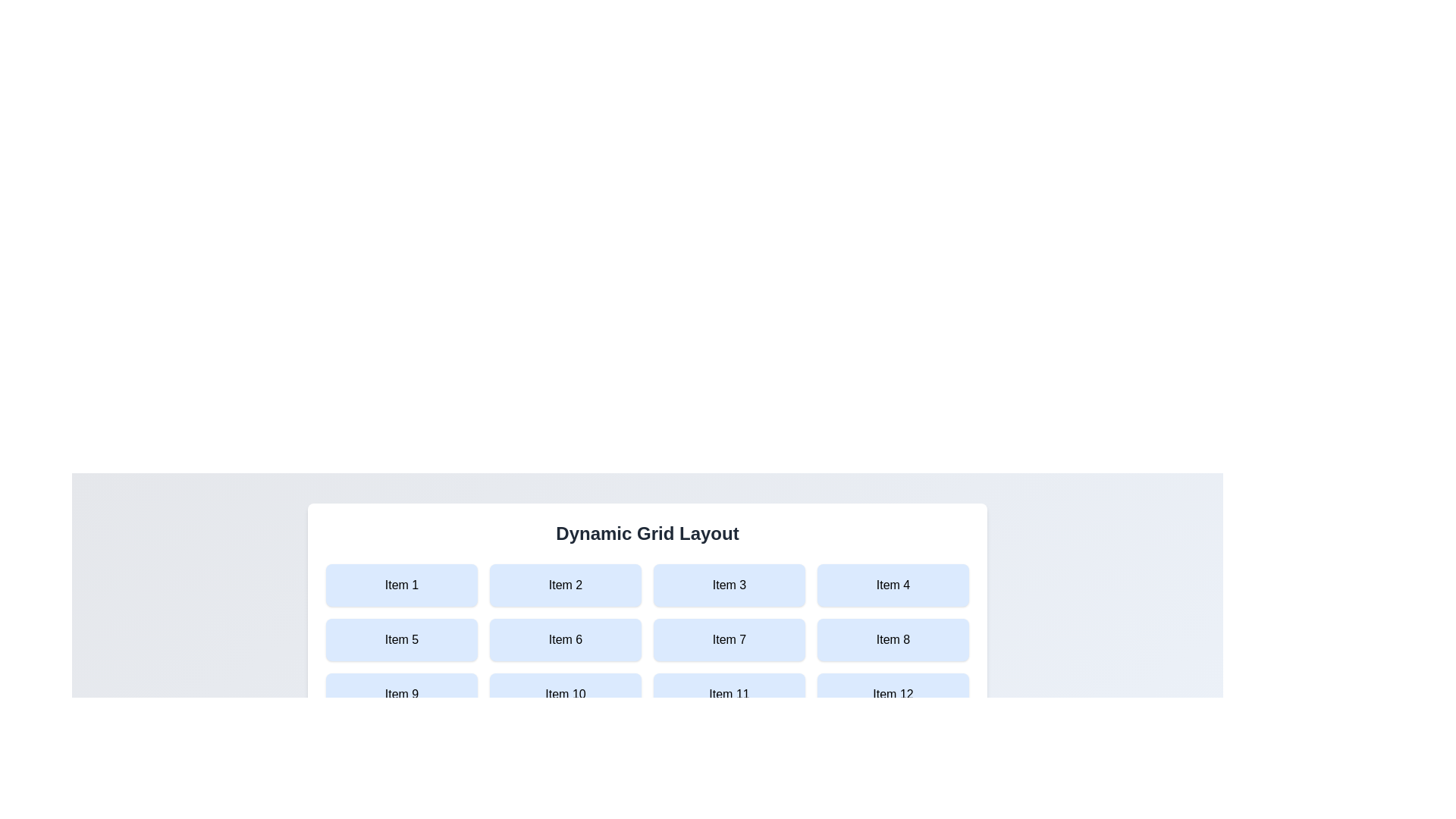 The image size is (1456, 819). Describe the element at coordinates (401, 694) in the screenshot. I see `the button labeled 'Item 9' in the grid layout under 'Dynamic Grid Layout'` at that location.